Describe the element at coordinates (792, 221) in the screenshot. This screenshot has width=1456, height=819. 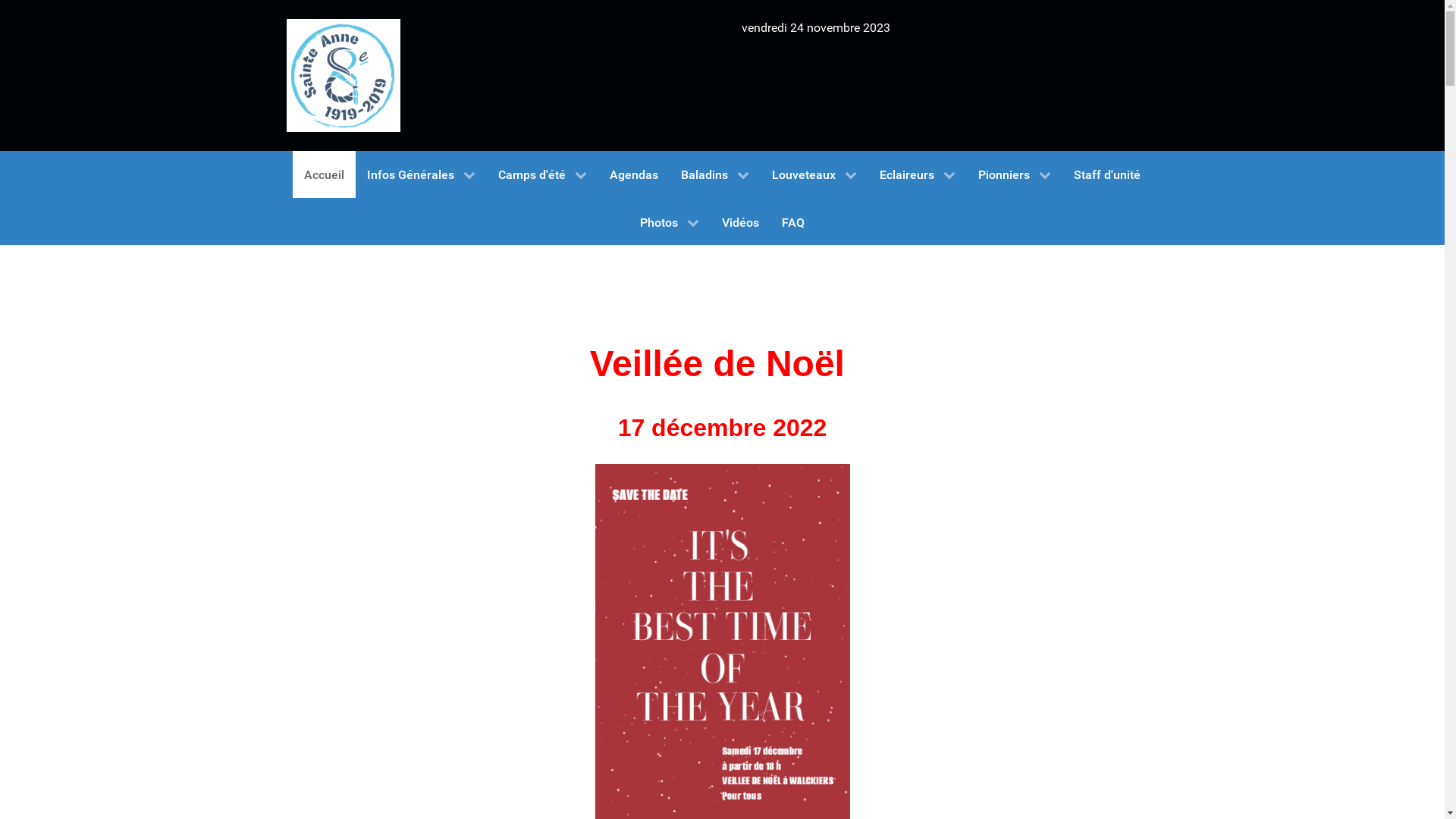
I see `'FAQ'` at that location.